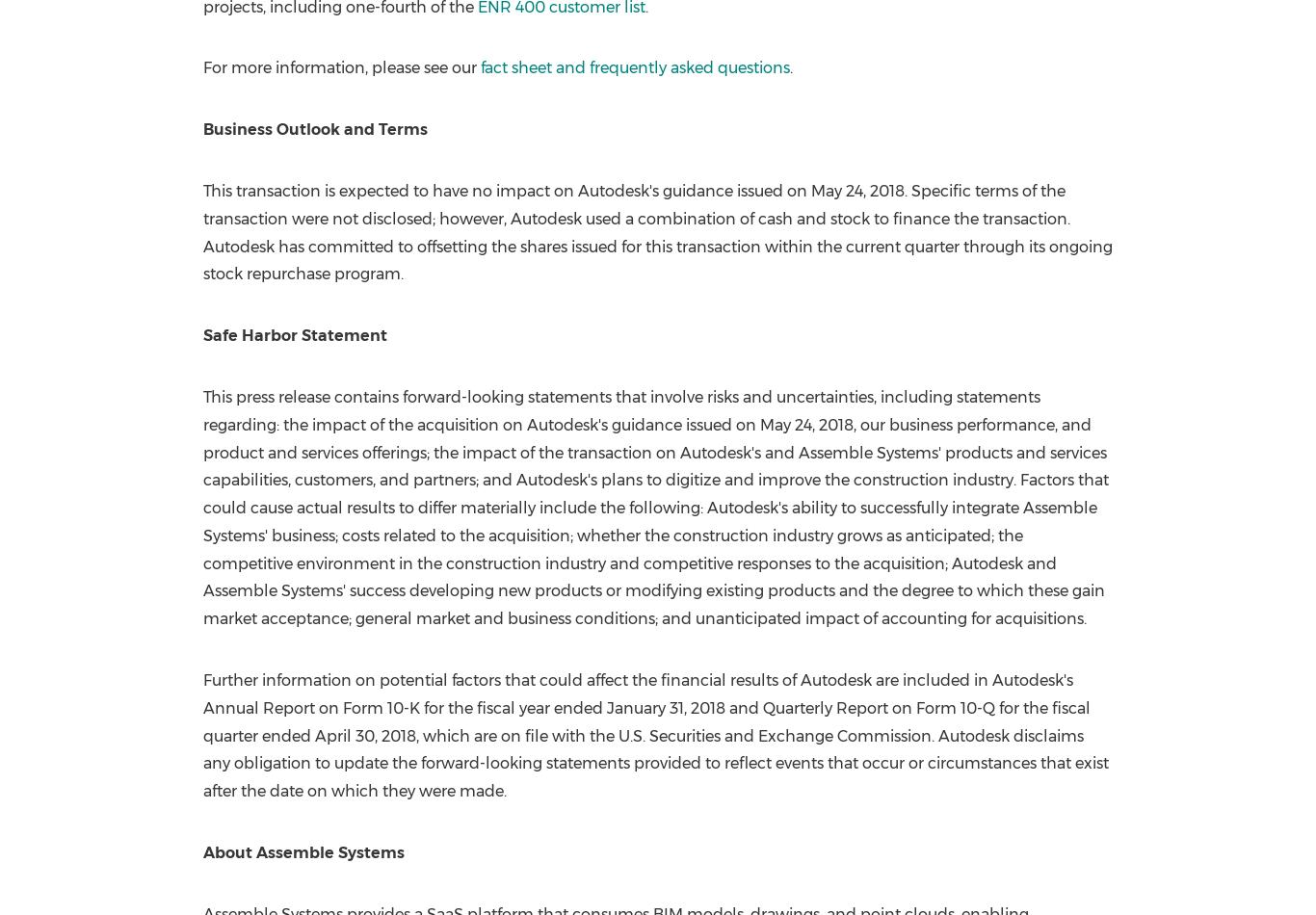 The width and height of the screenshot is (1316, 915). I want to click on 'Further information on potential factors that could affect the financial results of Autodesk are included in Autodesk's Annual Report on Form 10-K for the fiscal year ended', so click(636, 693).